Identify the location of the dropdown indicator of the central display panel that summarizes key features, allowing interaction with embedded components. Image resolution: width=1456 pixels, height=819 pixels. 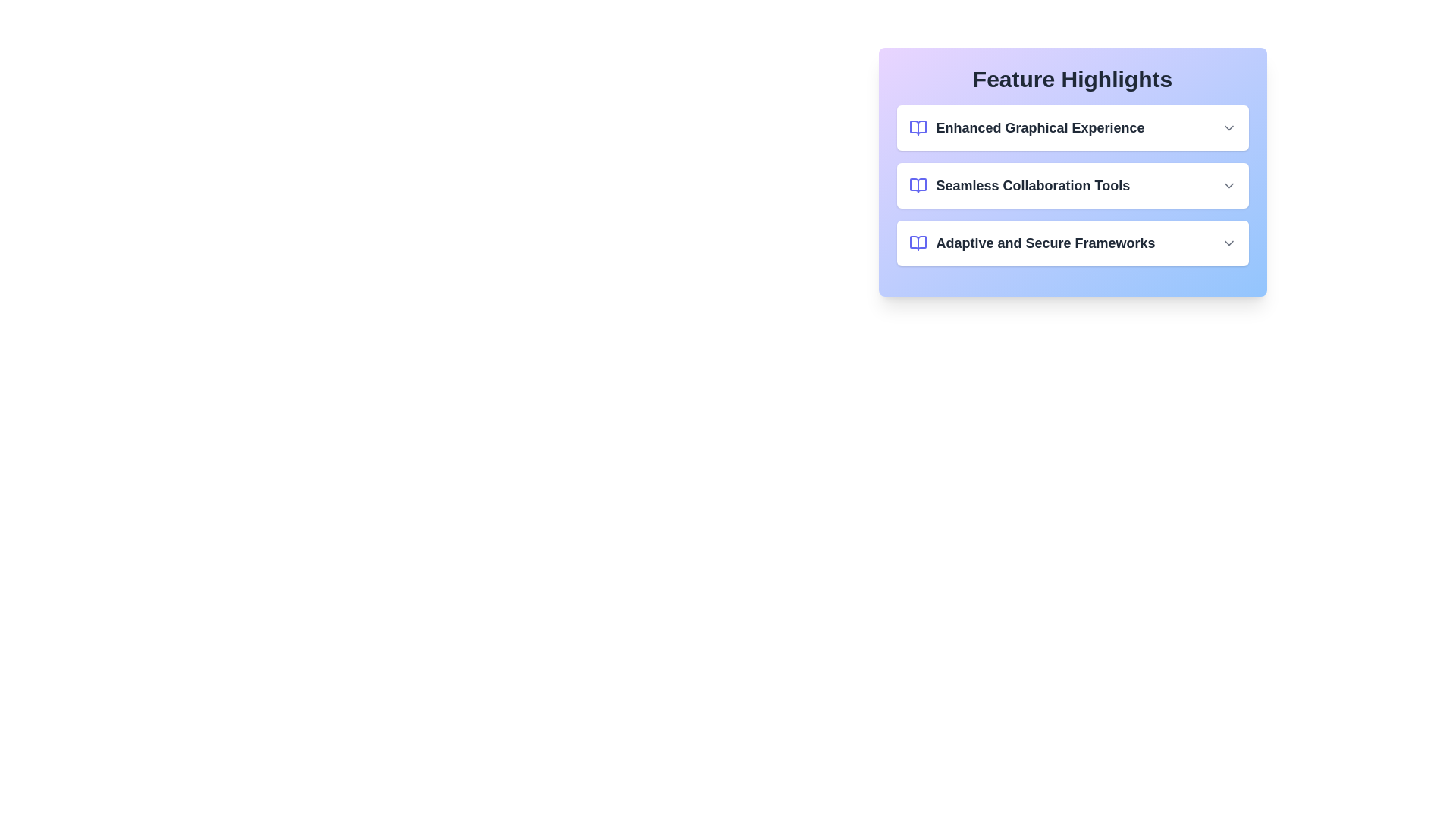
(1072, 171).